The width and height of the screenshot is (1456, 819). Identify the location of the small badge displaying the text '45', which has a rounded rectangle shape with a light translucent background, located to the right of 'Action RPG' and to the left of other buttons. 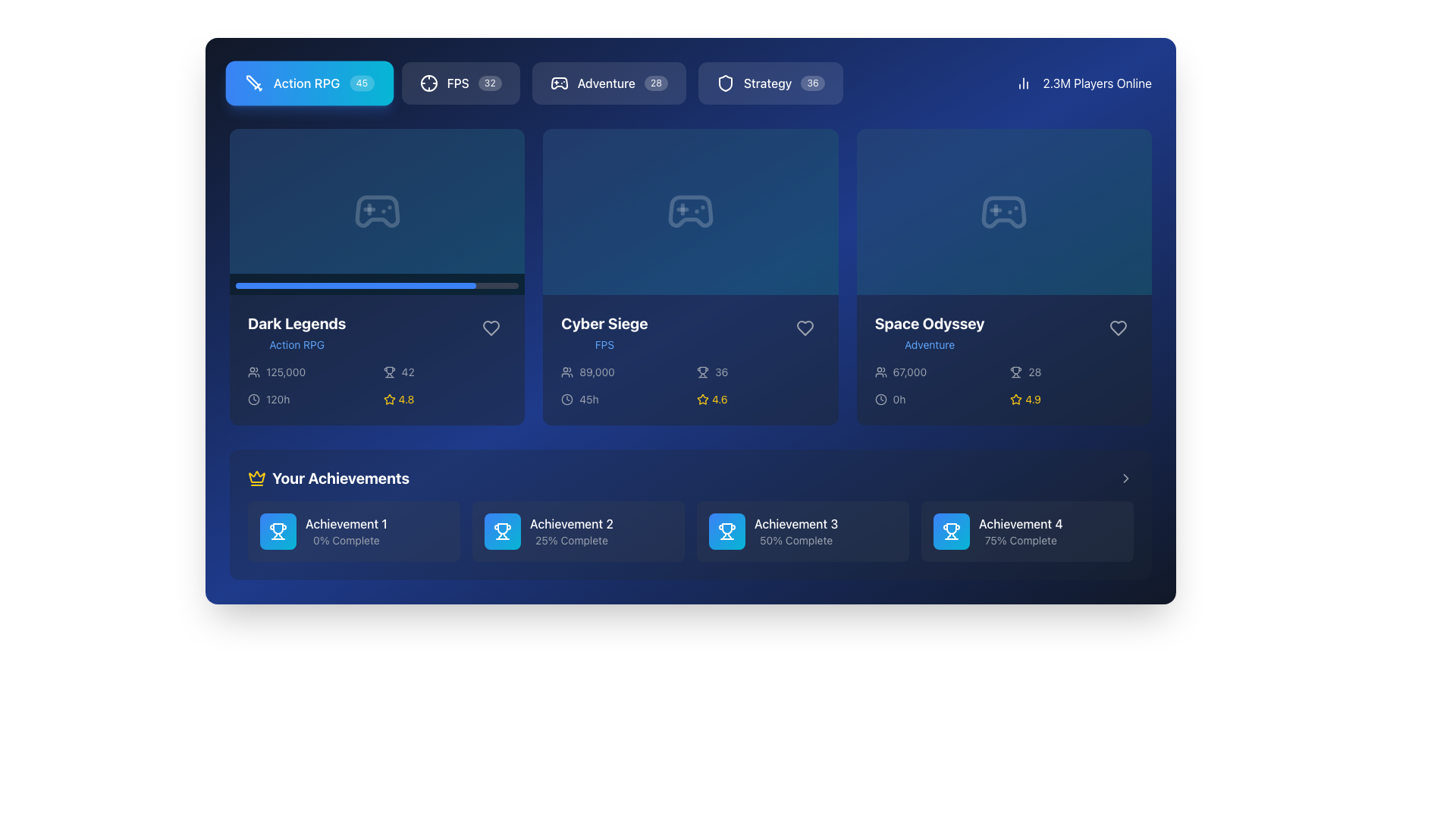
(361, 83).